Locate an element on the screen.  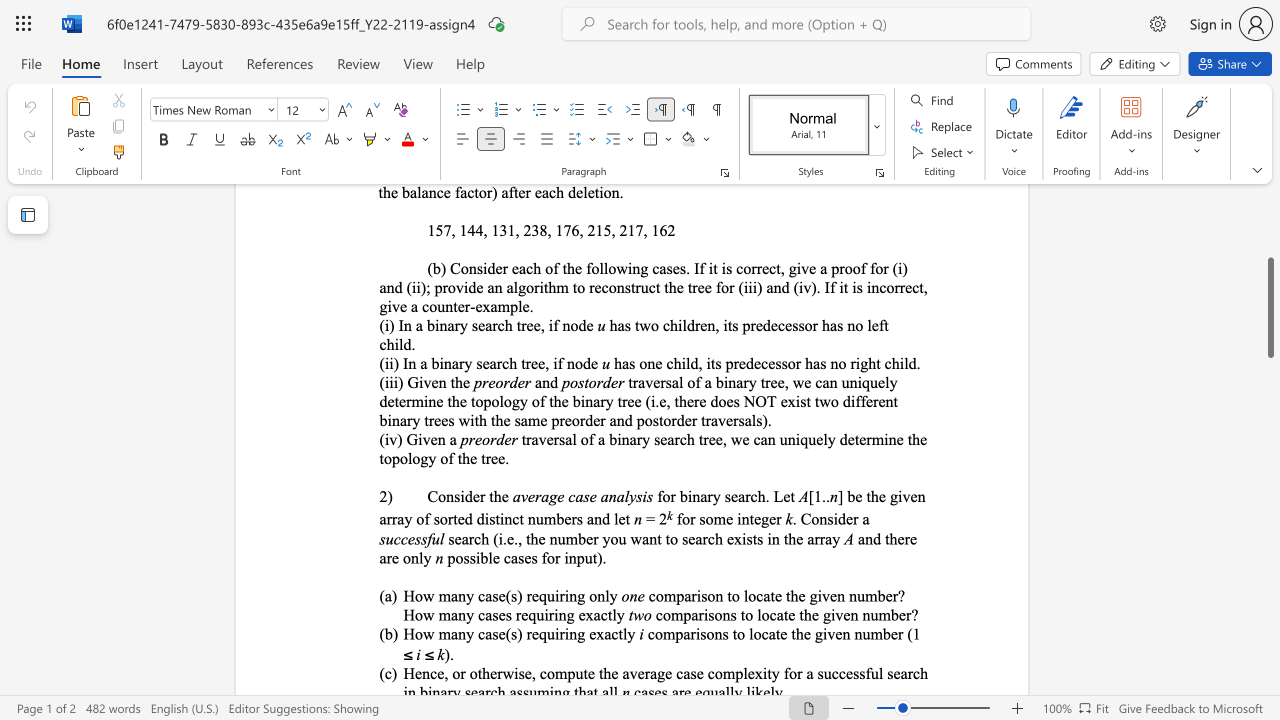
the subset text "er" within the text "for some integer" is located at coordinates (768, 518).